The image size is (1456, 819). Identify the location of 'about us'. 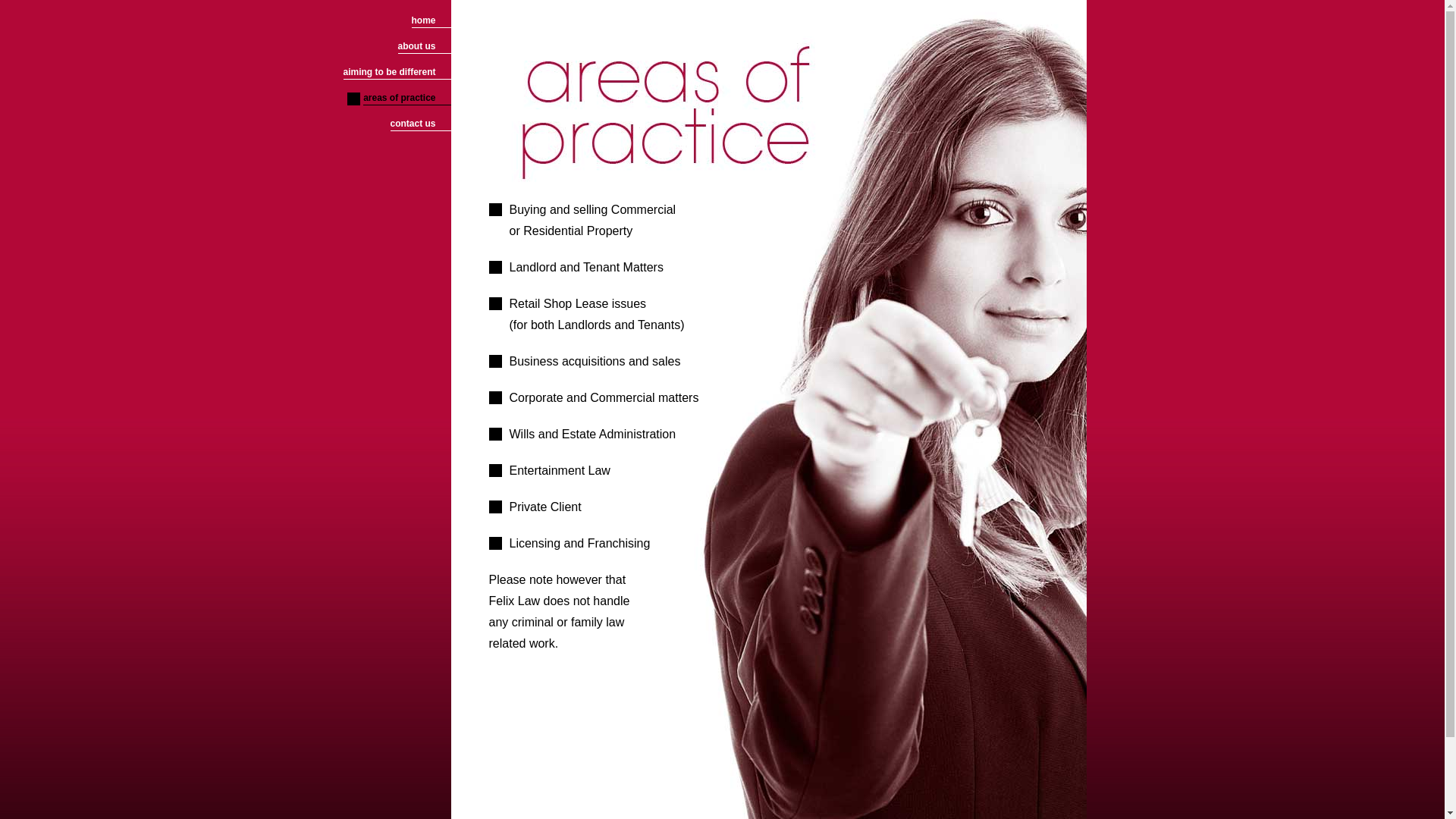
(425, 46).